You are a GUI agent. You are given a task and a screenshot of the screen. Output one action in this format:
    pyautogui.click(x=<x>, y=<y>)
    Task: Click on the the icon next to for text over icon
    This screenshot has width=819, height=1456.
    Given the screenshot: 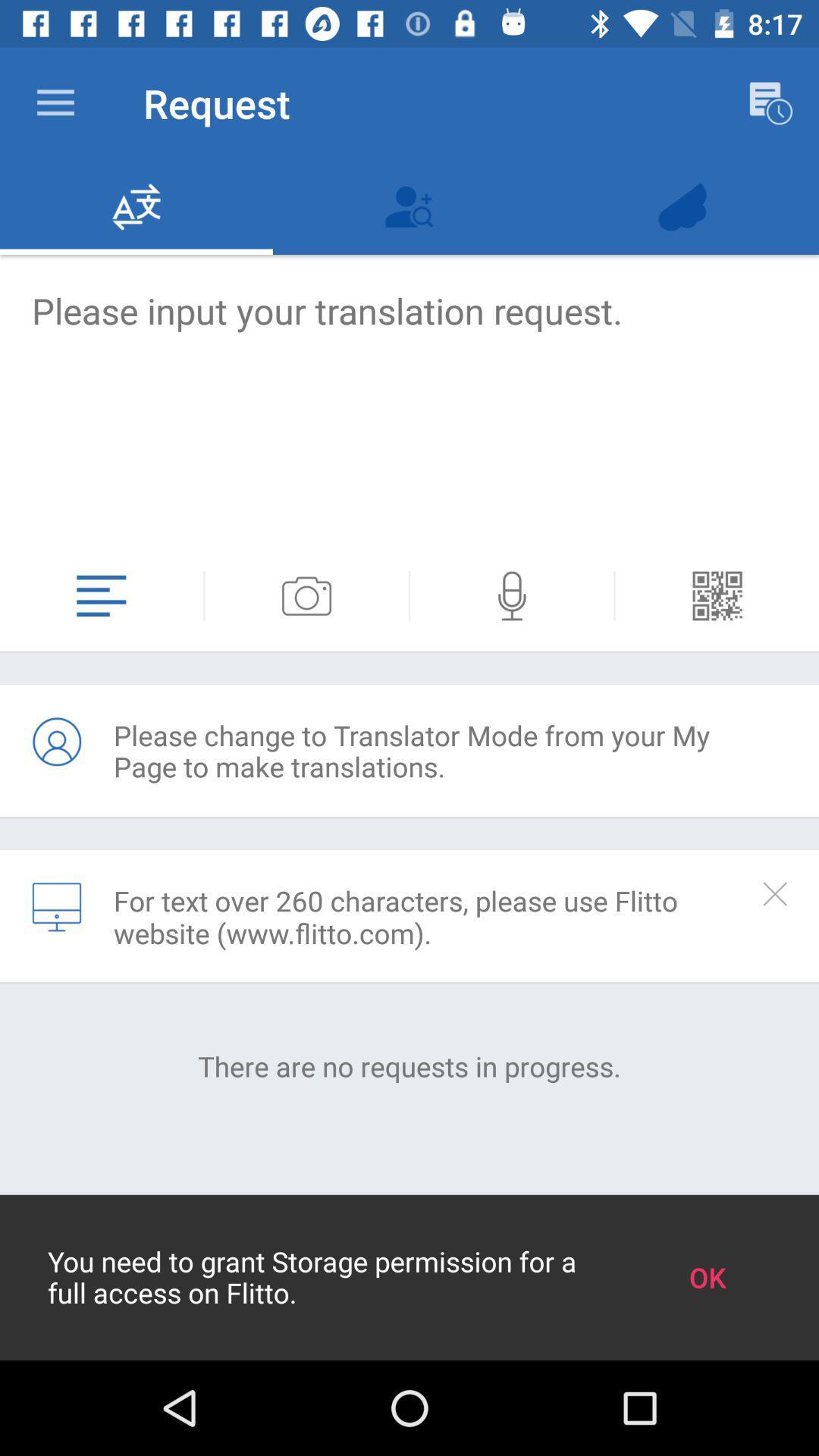 What is the action you would take?
    pyautogui.click(x=55, y=907)
    